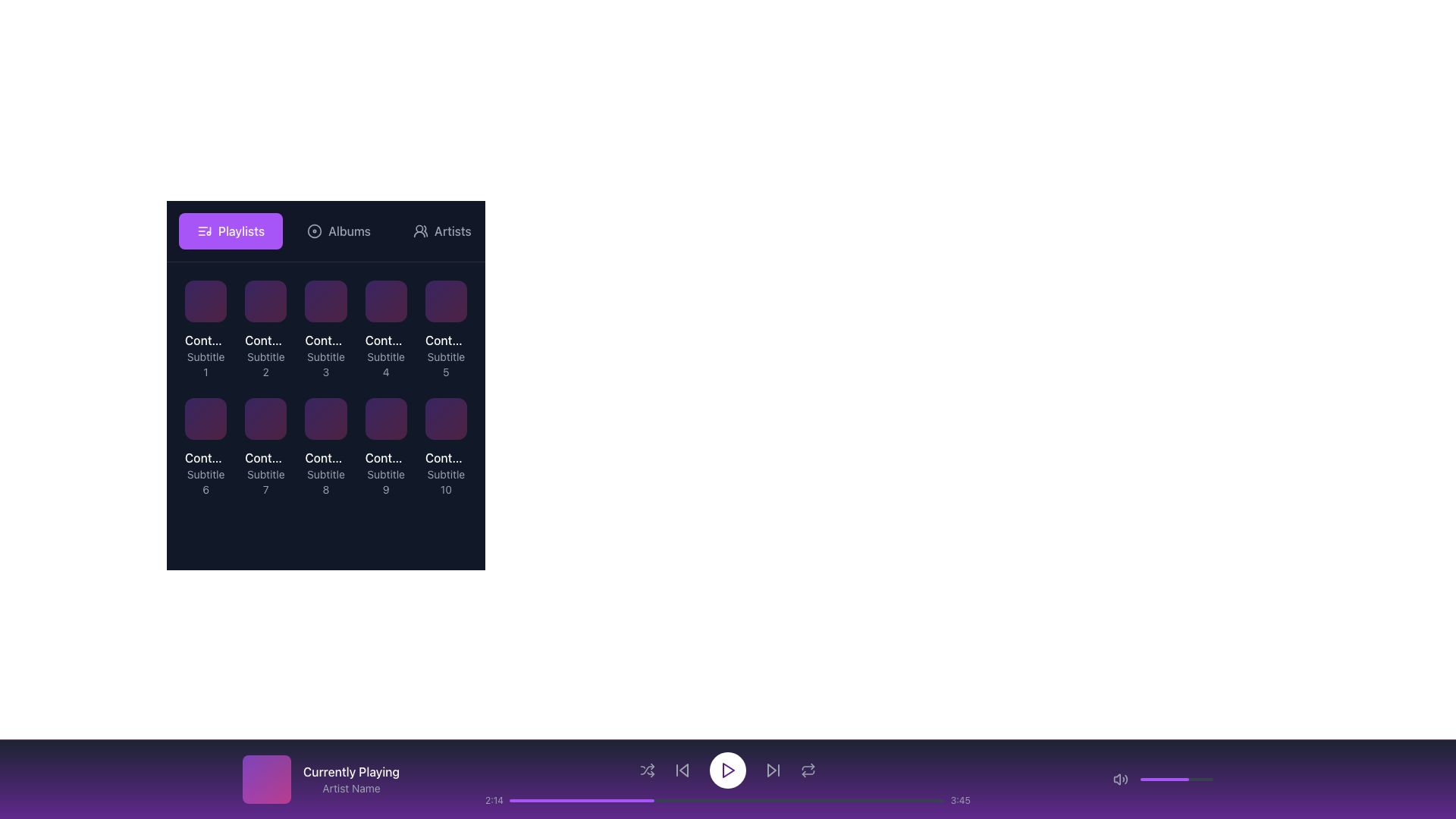 This screenshot has width=1456, height=819. Describe the element at coordinates (325, 231) in the screenshot. I see `the 'Albums' button in the Tab Navigation Bar located at the top of the list view` at that location.